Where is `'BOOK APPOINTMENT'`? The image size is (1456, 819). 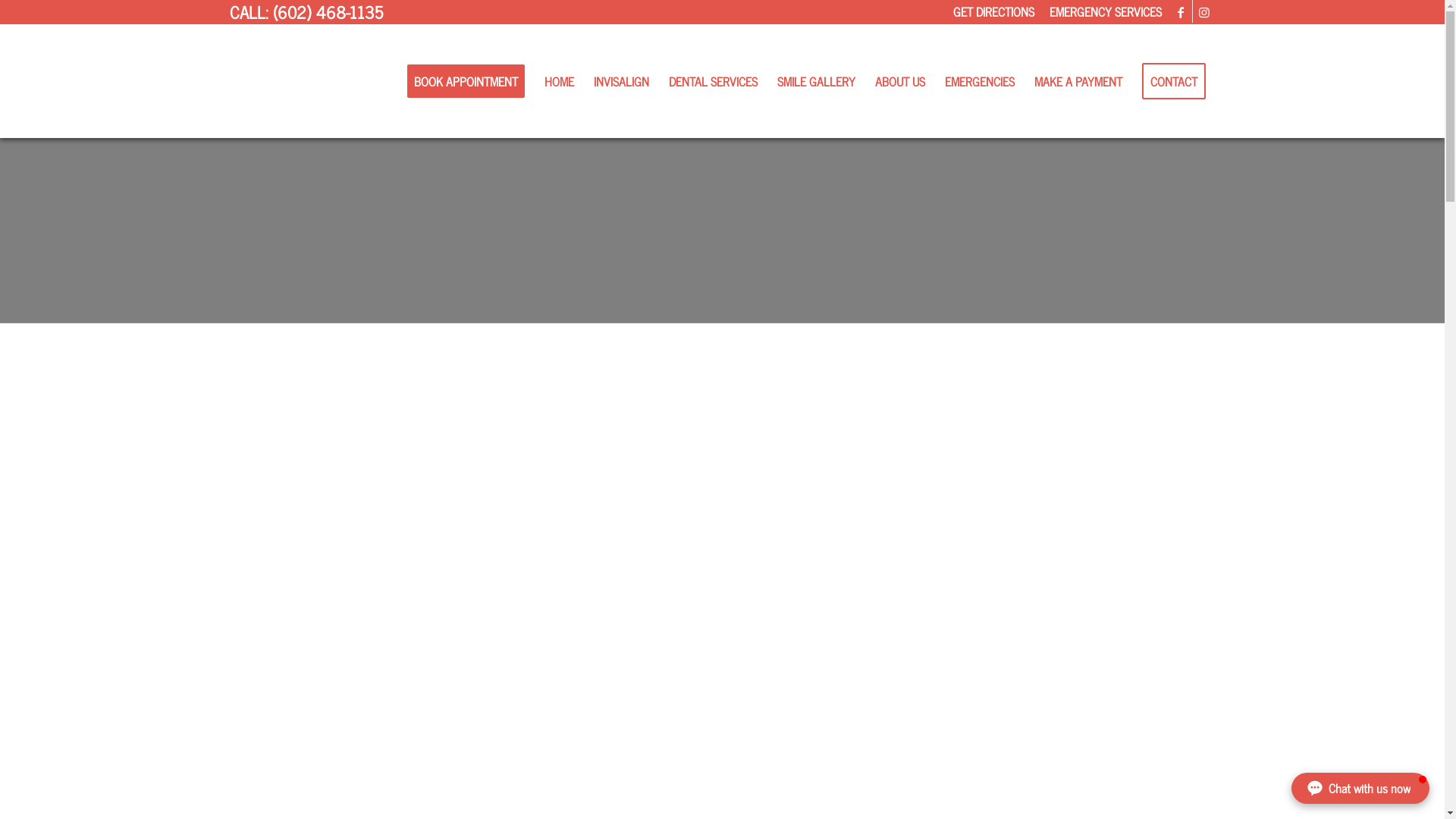
'BOOK APPOINTMENT' is located at coordinates (465, 81).